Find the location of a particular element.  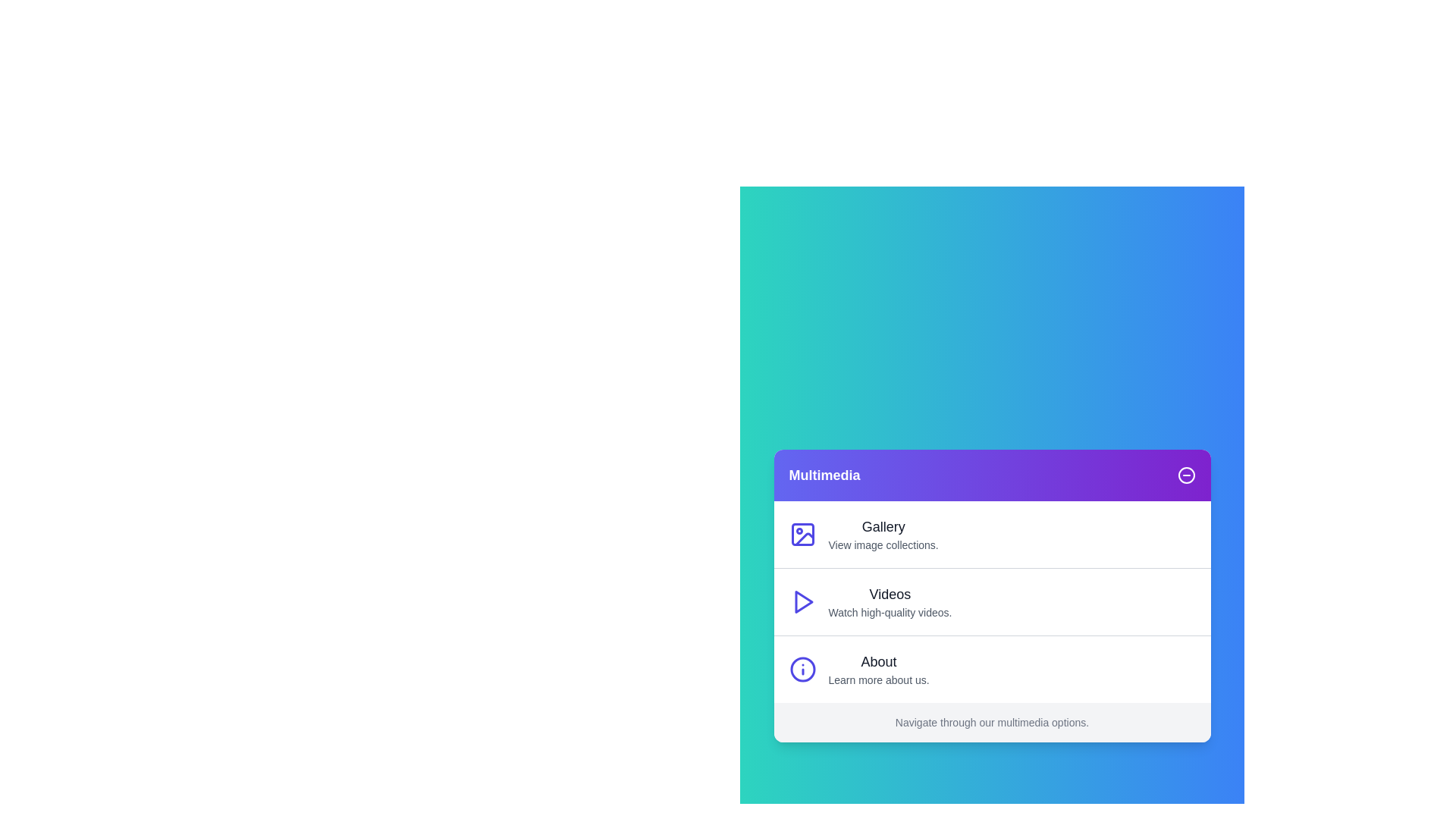

the menu item to read its description: Videos is located at coordinates (890, 593).